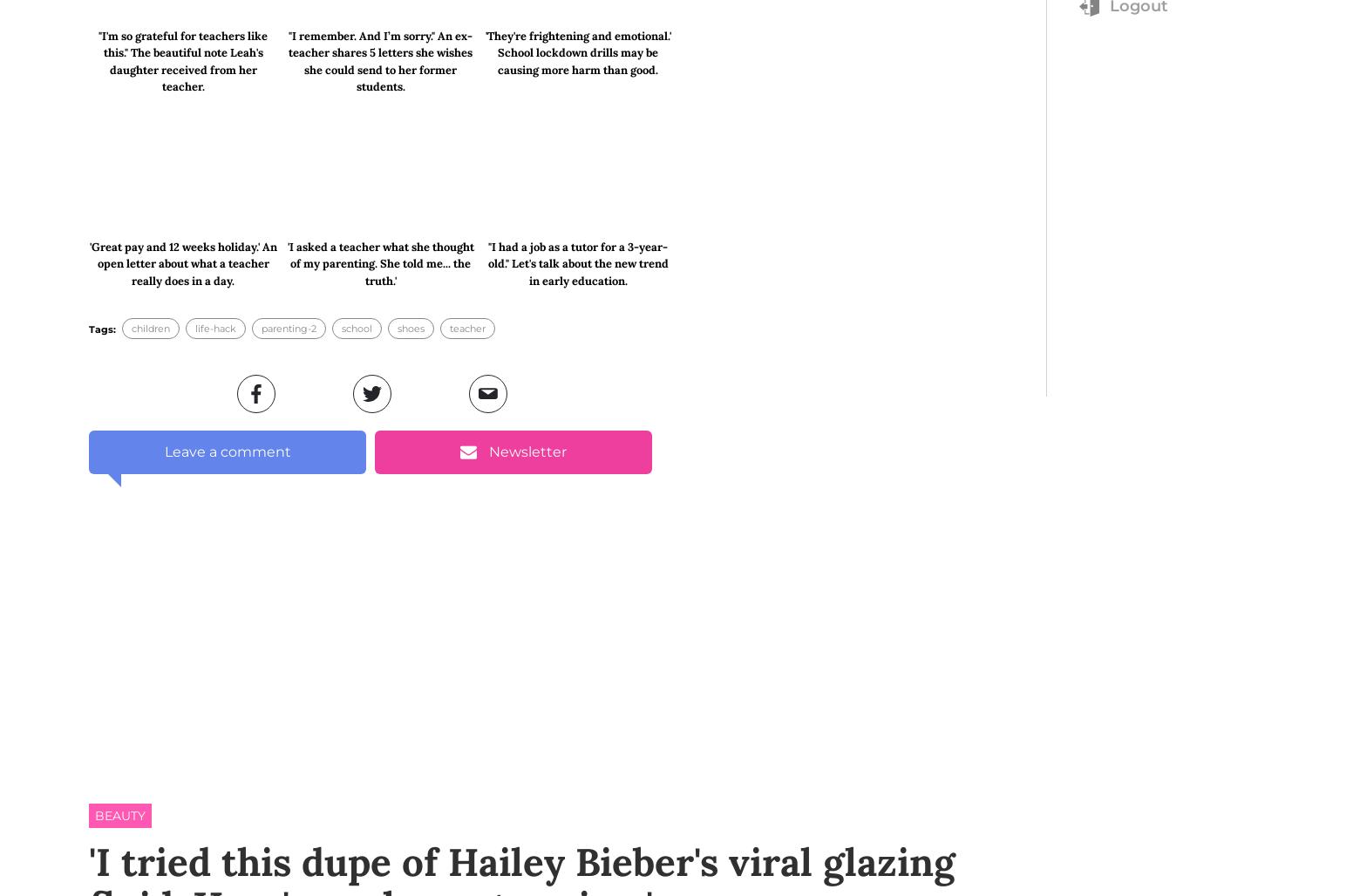 The height and width of the screenshot is (896, 1360). I want to click on 'Now, before we get into my review – just a note on my skin. She's dry, sensitive and loves throwing a tantrum or two whenever I switch it up too much. The joys!', so click(88, 676).